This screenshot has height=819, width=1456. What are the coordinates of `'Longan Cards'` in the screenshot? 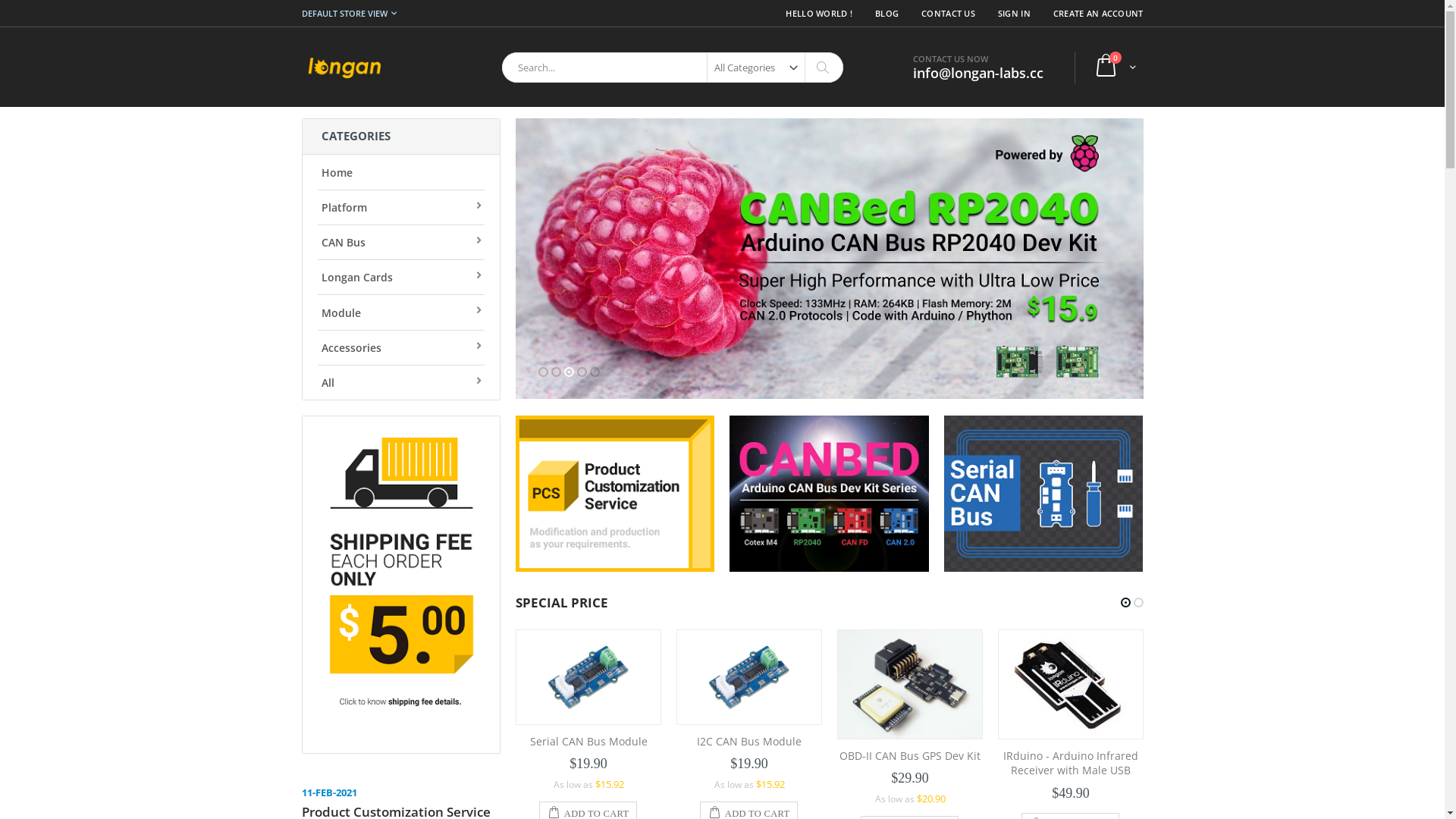 It's located at (400, 277).